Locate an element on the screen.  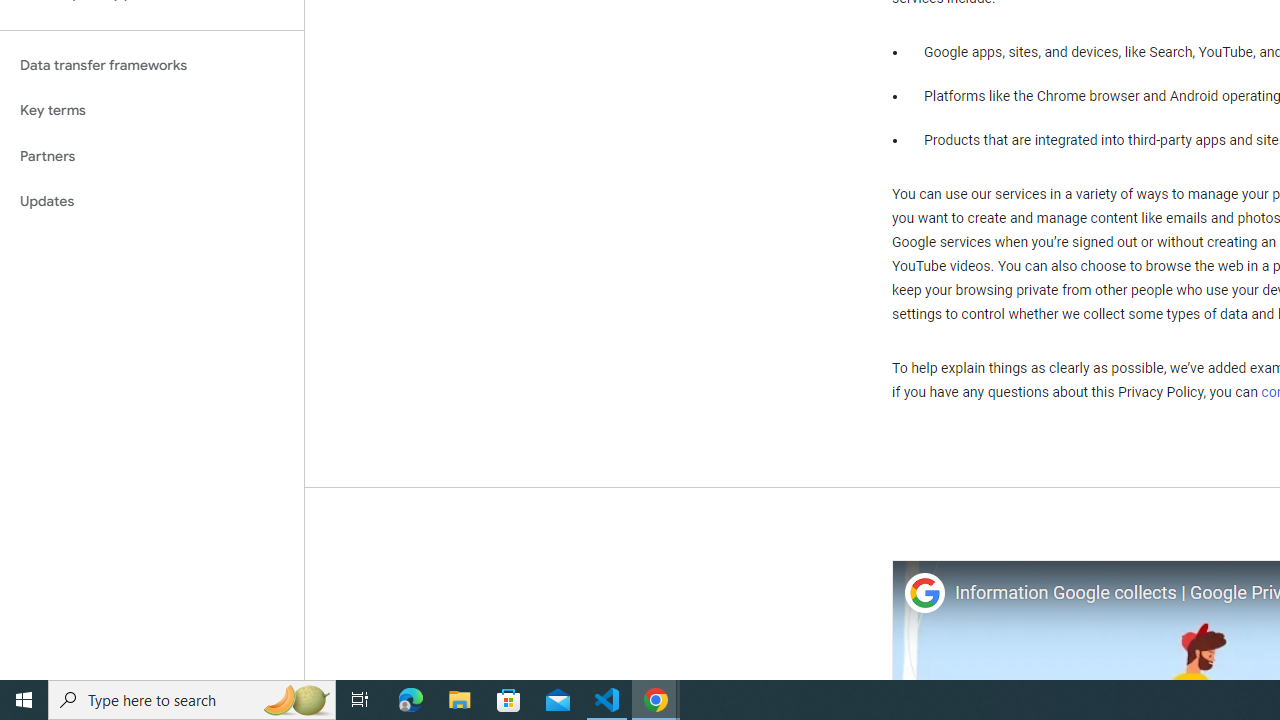
'Photo image of Google' is located at coordinates (923, 592).